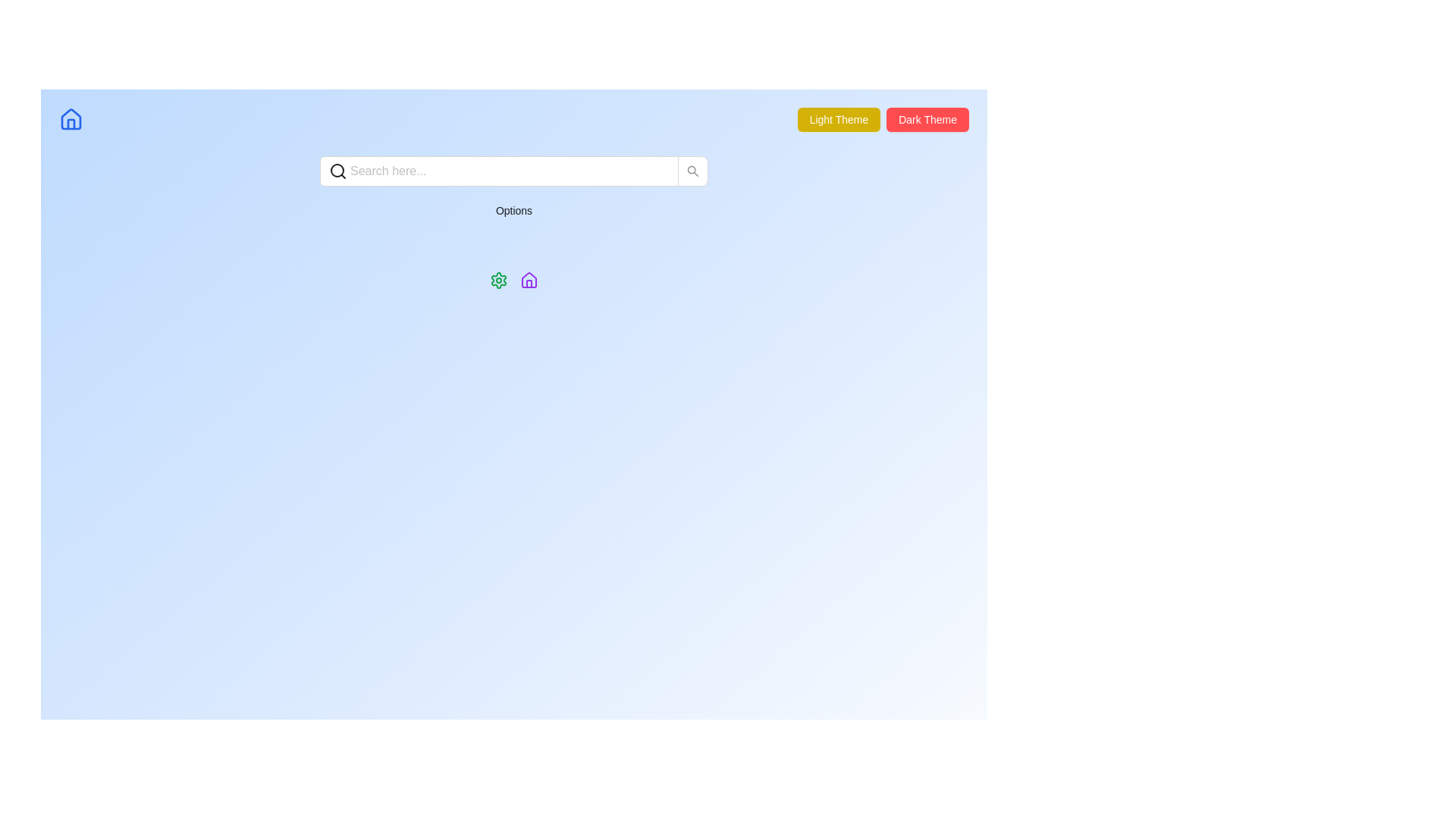 This screenshot has height=819, width=1456. I want to click on the small circular-shaped icon resembling a magnifying glass, which represents the search feature, located within a button at the right end of the search input field, so click(692, 170).